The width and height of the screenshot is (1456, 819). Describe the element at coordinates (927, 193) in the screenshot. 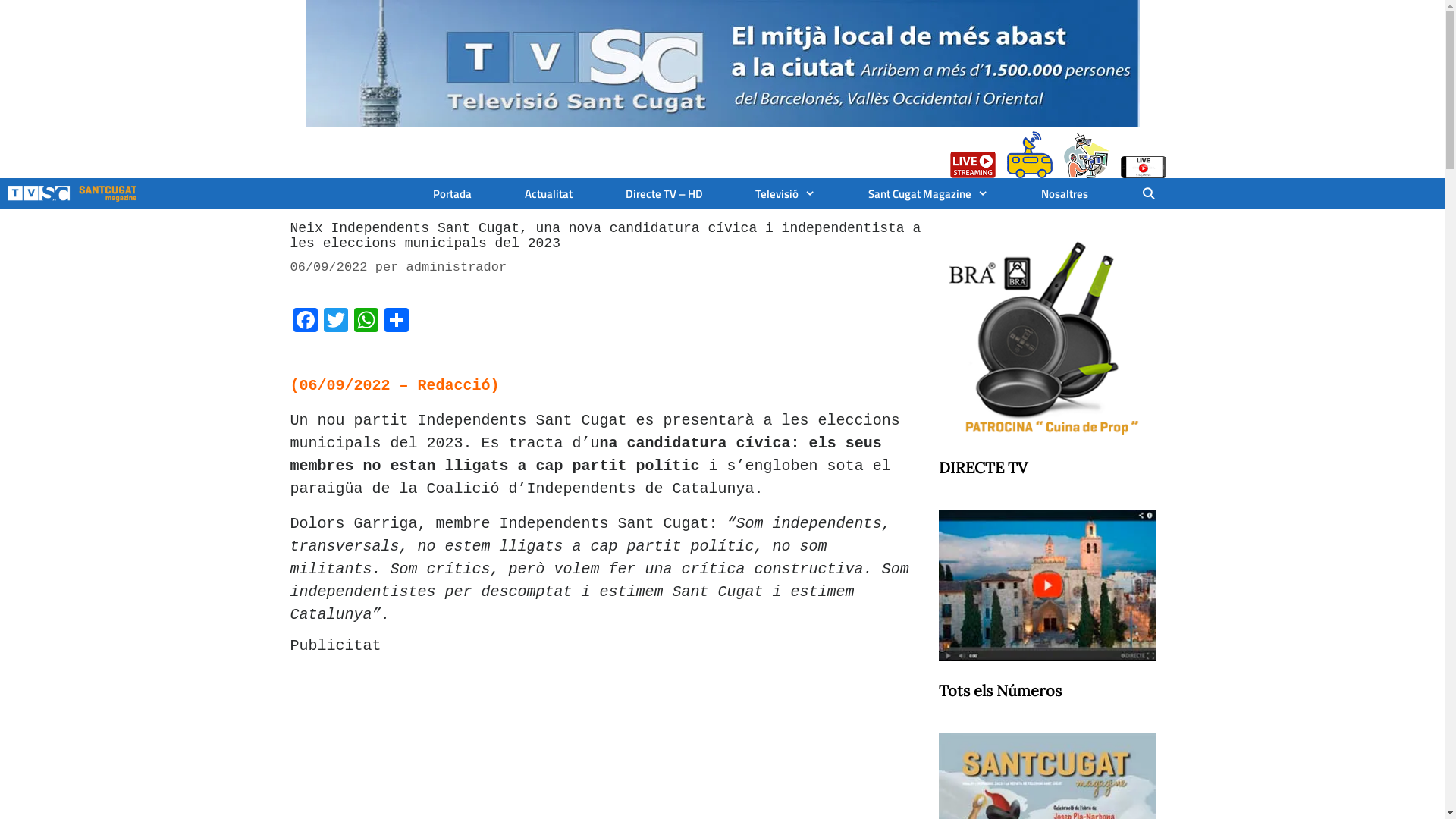

I see `'Sant Cugat Magazine'` at that location.